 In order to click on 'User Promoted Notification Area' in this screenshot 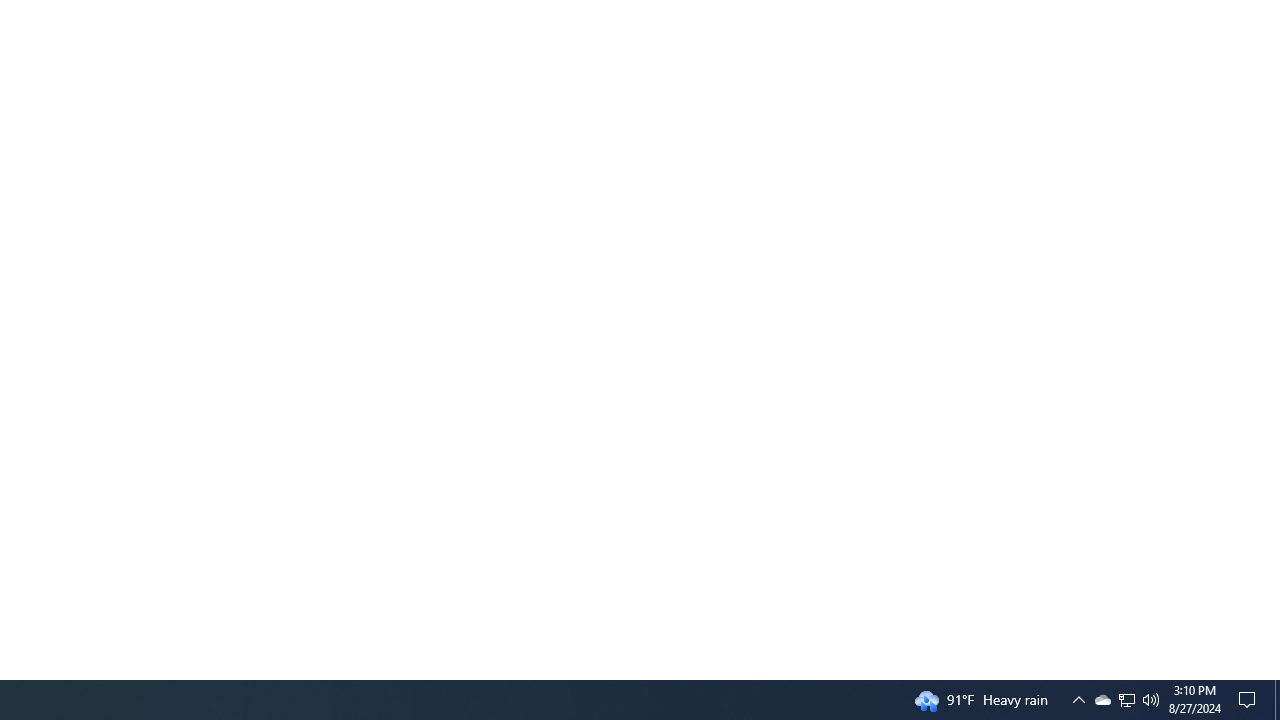, I will do `click(1078, 698)`.